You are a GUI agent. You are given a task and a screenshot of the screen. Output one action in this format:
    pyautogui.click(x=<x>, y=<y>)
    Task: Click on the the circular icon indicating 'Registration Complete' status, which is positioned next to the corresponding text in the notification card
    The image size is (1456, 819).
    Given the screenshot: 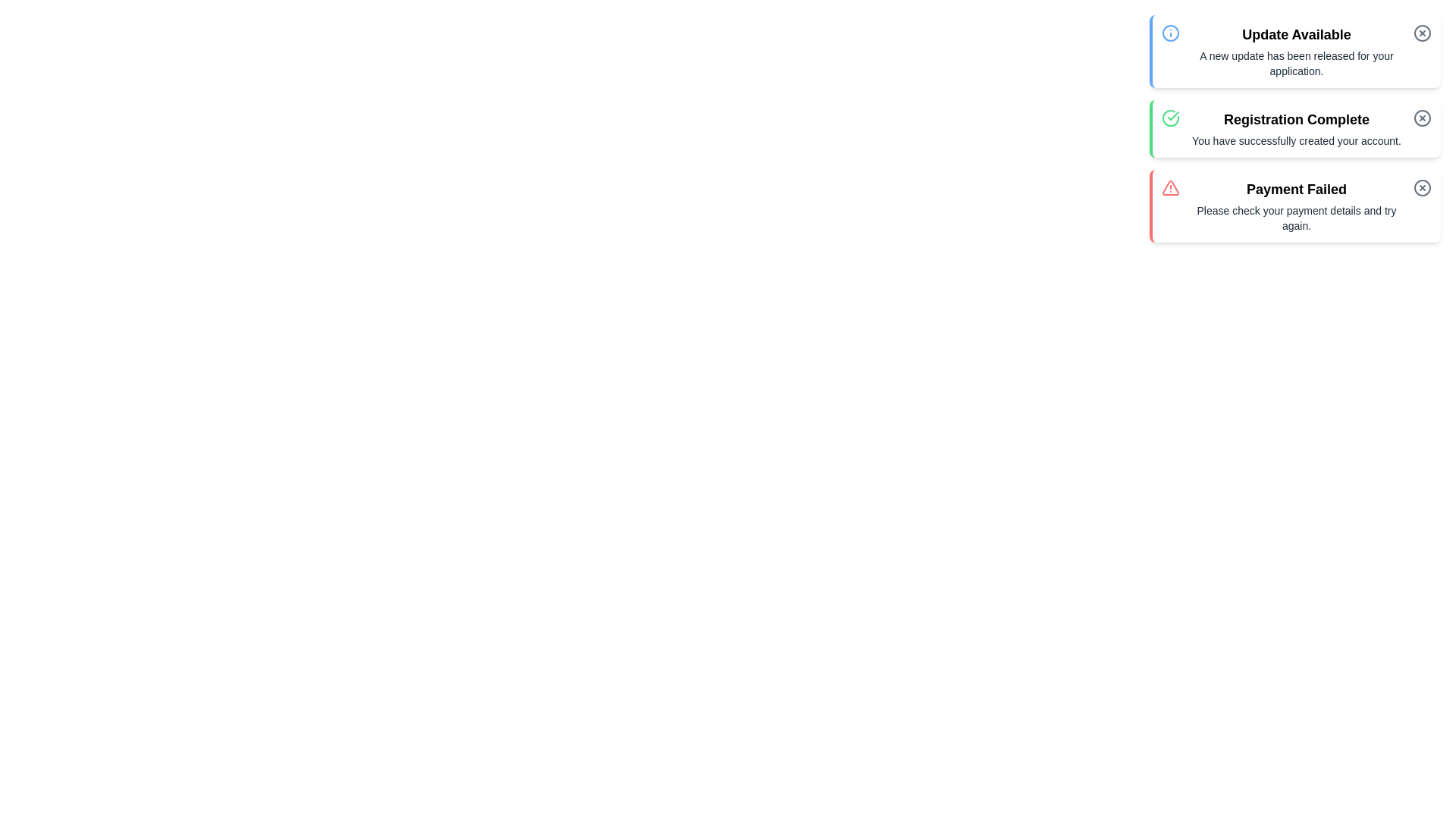 What is the action you would take?
    pyautogui.click(x=1422, y=117)
    